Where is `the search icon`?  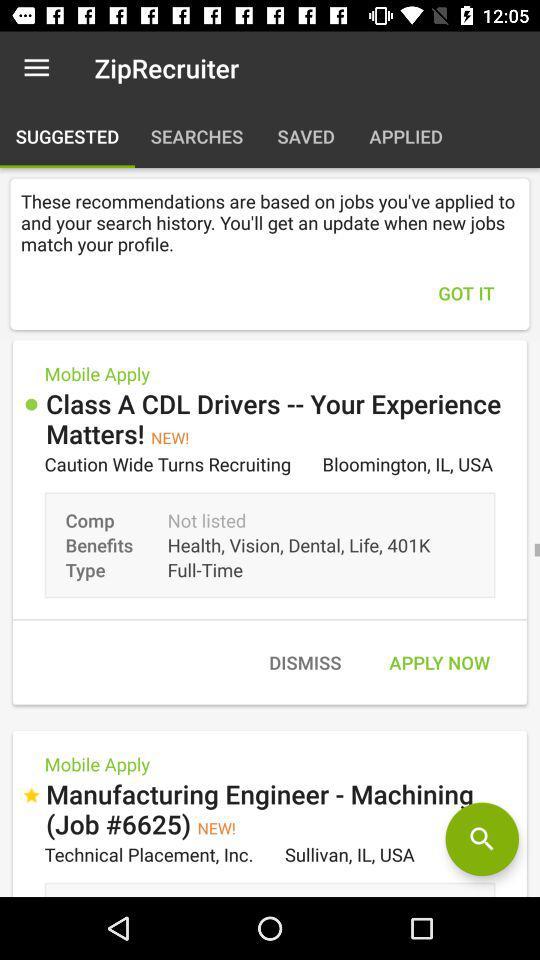
the search icon is located at coordinates (481, 839).